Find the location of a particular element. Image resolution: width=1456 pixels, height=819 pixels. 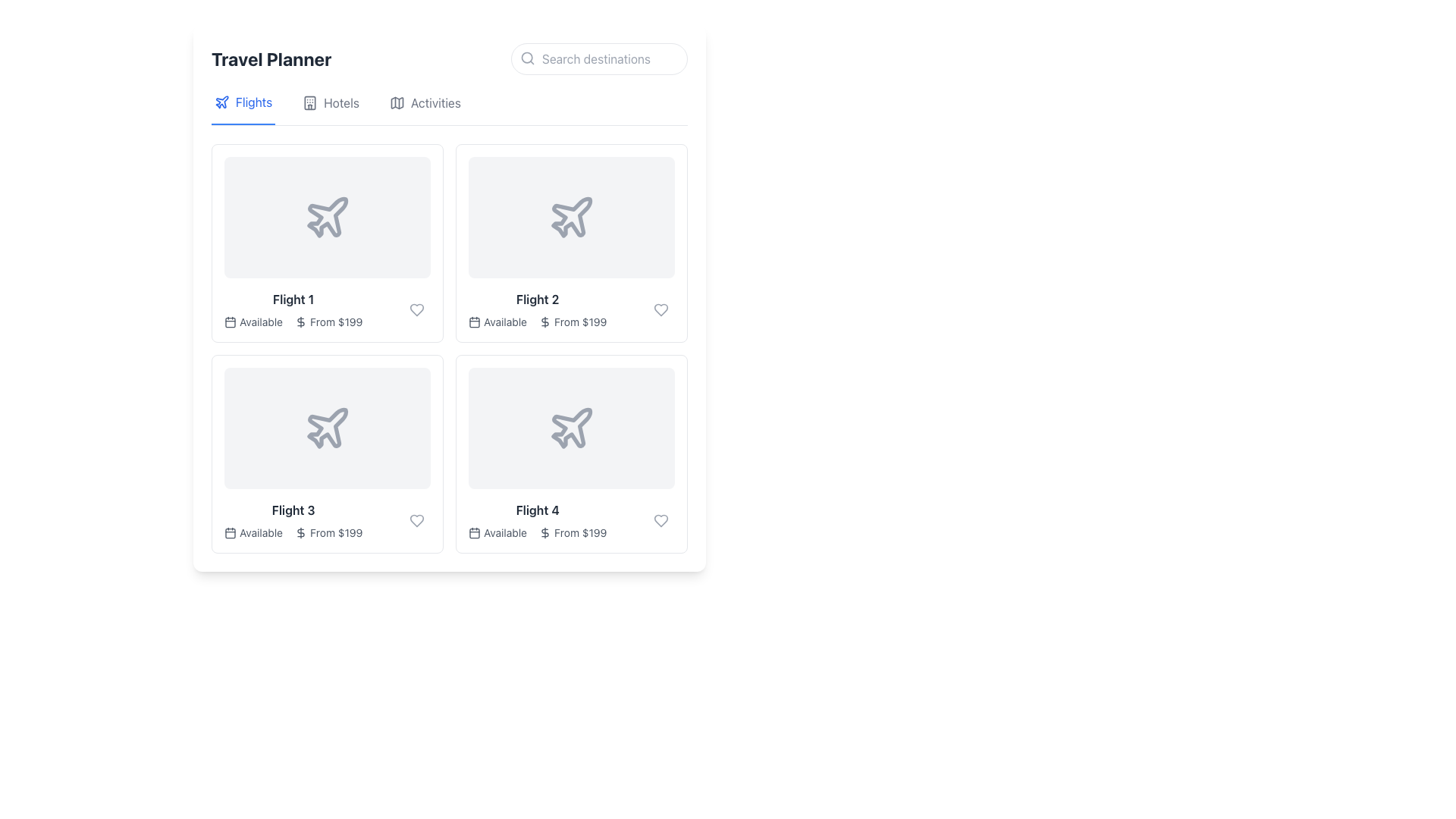

the 'From $199' text label with an icon located in the lower section of the fourth card is located at coordinates (572, 532).